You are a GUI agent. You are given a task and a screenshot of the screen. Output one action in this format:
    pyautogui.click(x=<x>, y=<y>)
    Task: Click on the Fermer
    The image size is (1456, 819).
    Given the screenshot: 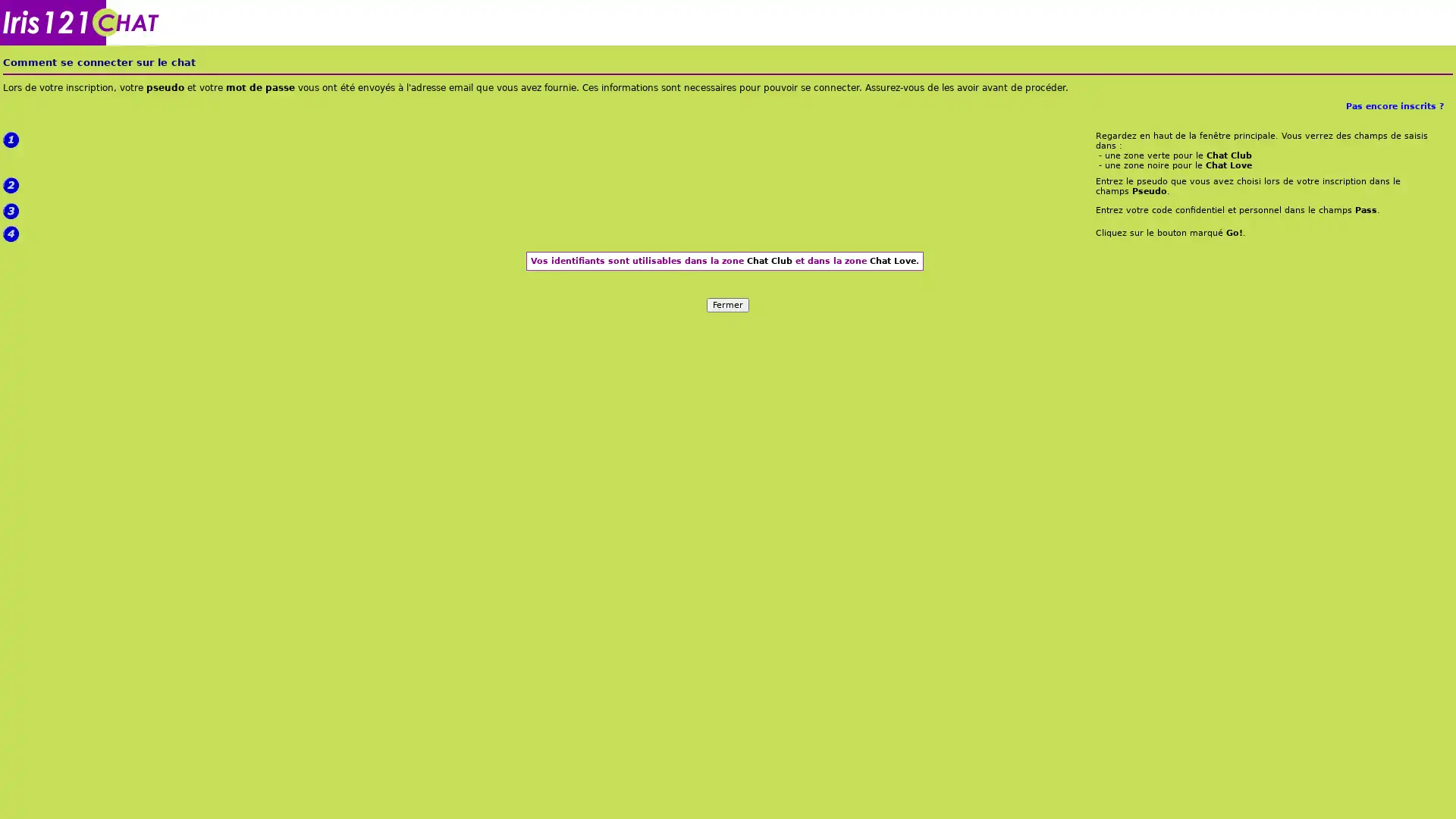 What is the action you would take?
    pyautogui.click(x=728, y=304)
    